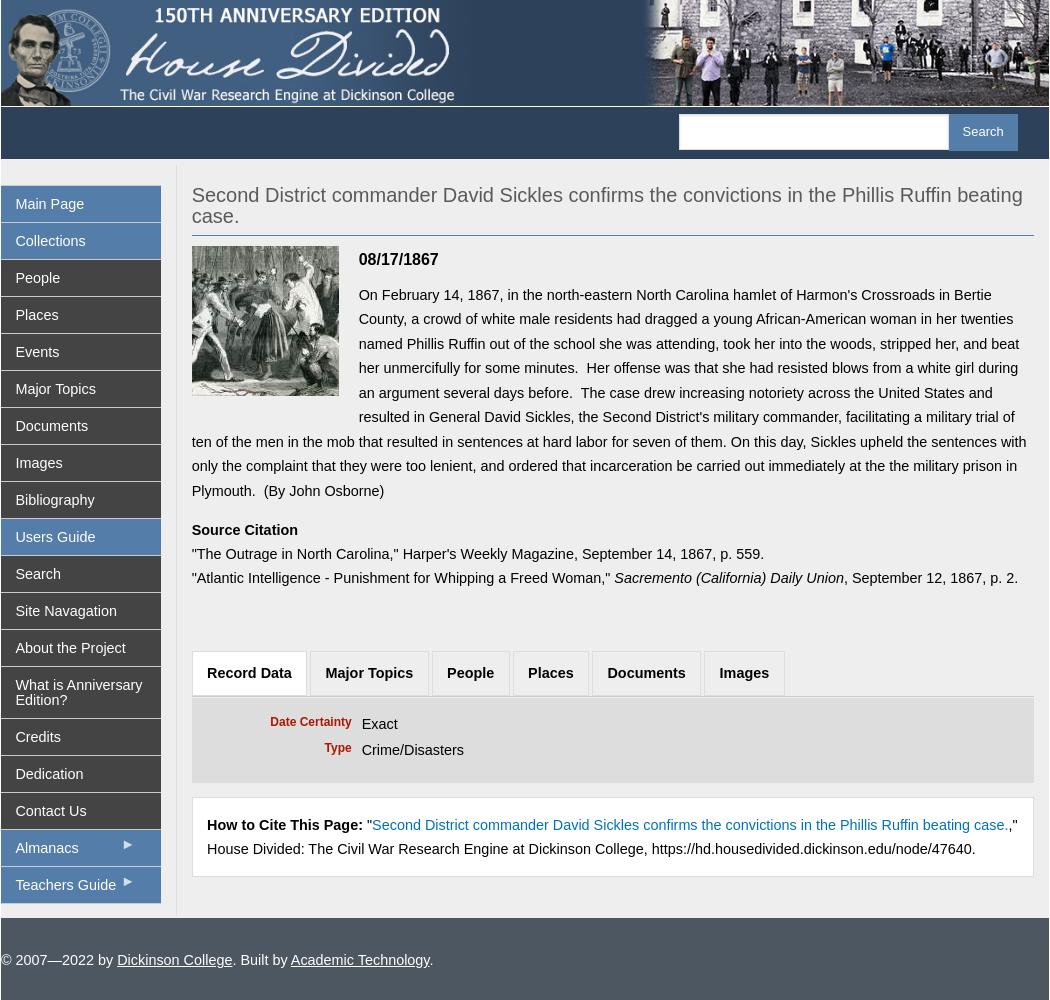 Image resolution: width=1050 pixels, height=1000 pixels. I want to click on '. Built by', so click(261, 959).